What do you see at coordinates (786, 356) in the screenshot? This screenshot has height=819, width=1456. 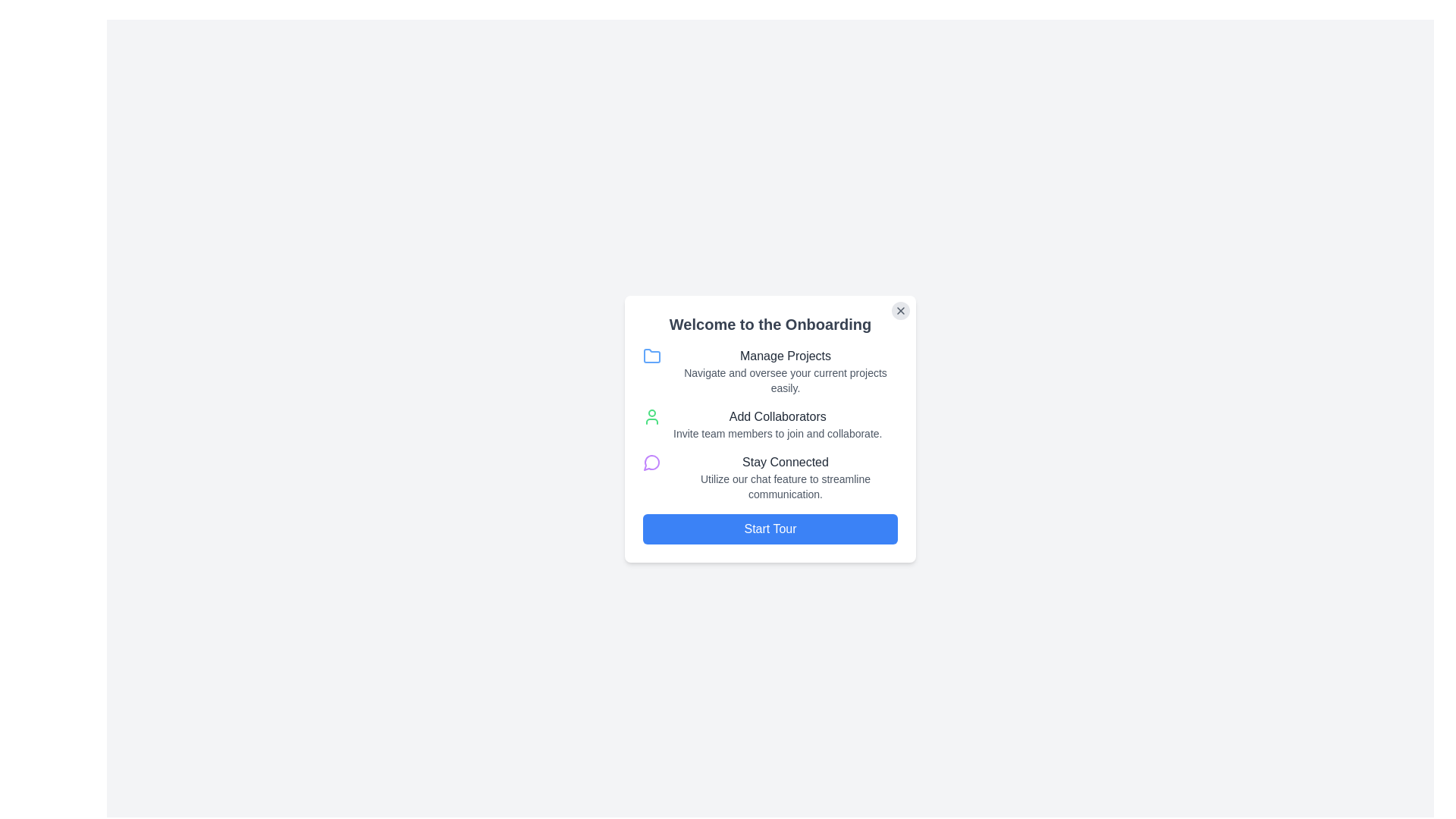 I see `the 'Manage Projects' text label, which is styled with a medium font weight and gray color, positioned below the heading 'Welcome to the Onboarding' in the onboarding dialog box` at bounding box center [786, 356].